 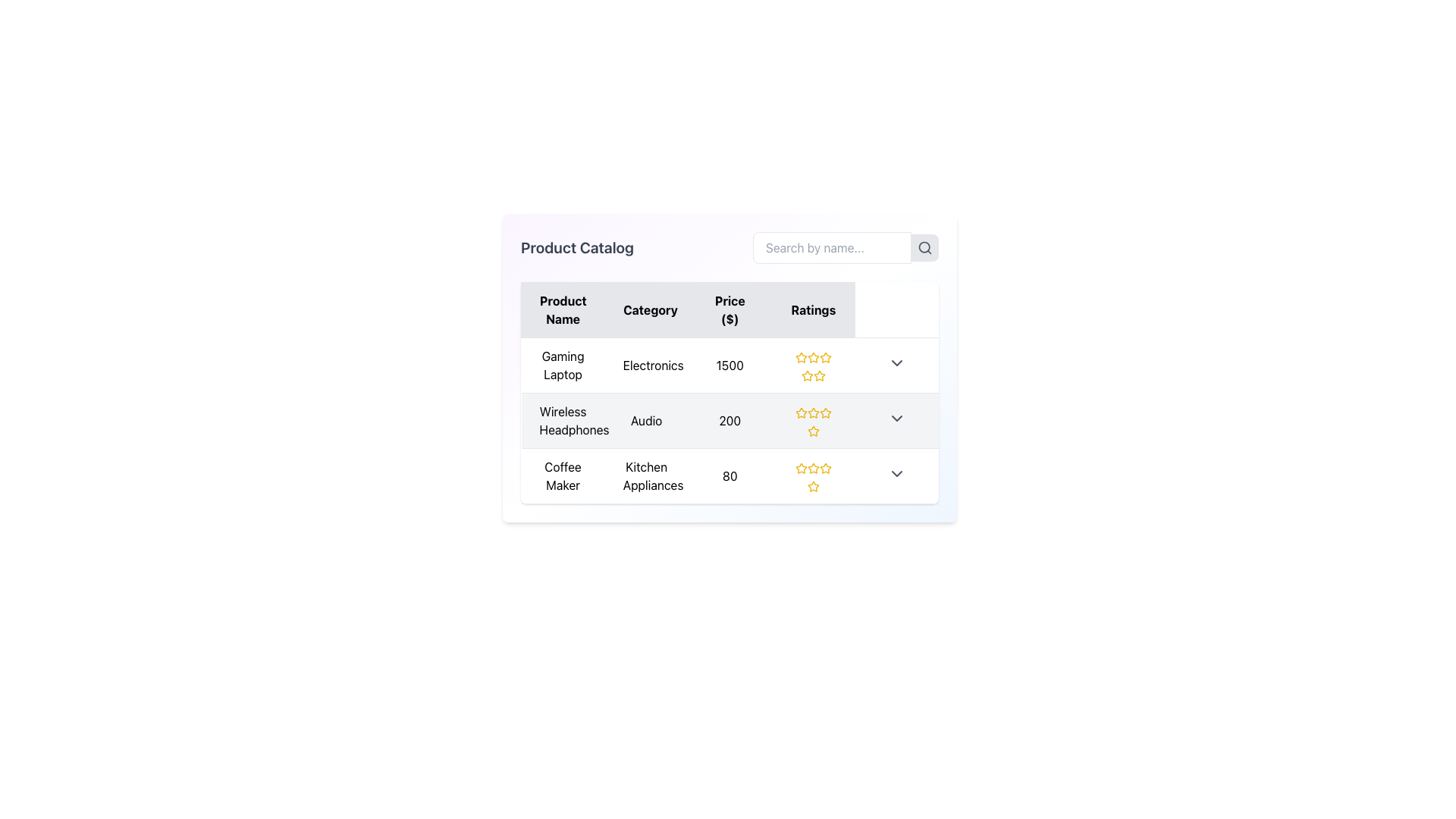 I want to click on the table header column labeled 'Price ($)', which is the third column header in a table with a gray background and bold, centered text, so click(x=730, y=309).